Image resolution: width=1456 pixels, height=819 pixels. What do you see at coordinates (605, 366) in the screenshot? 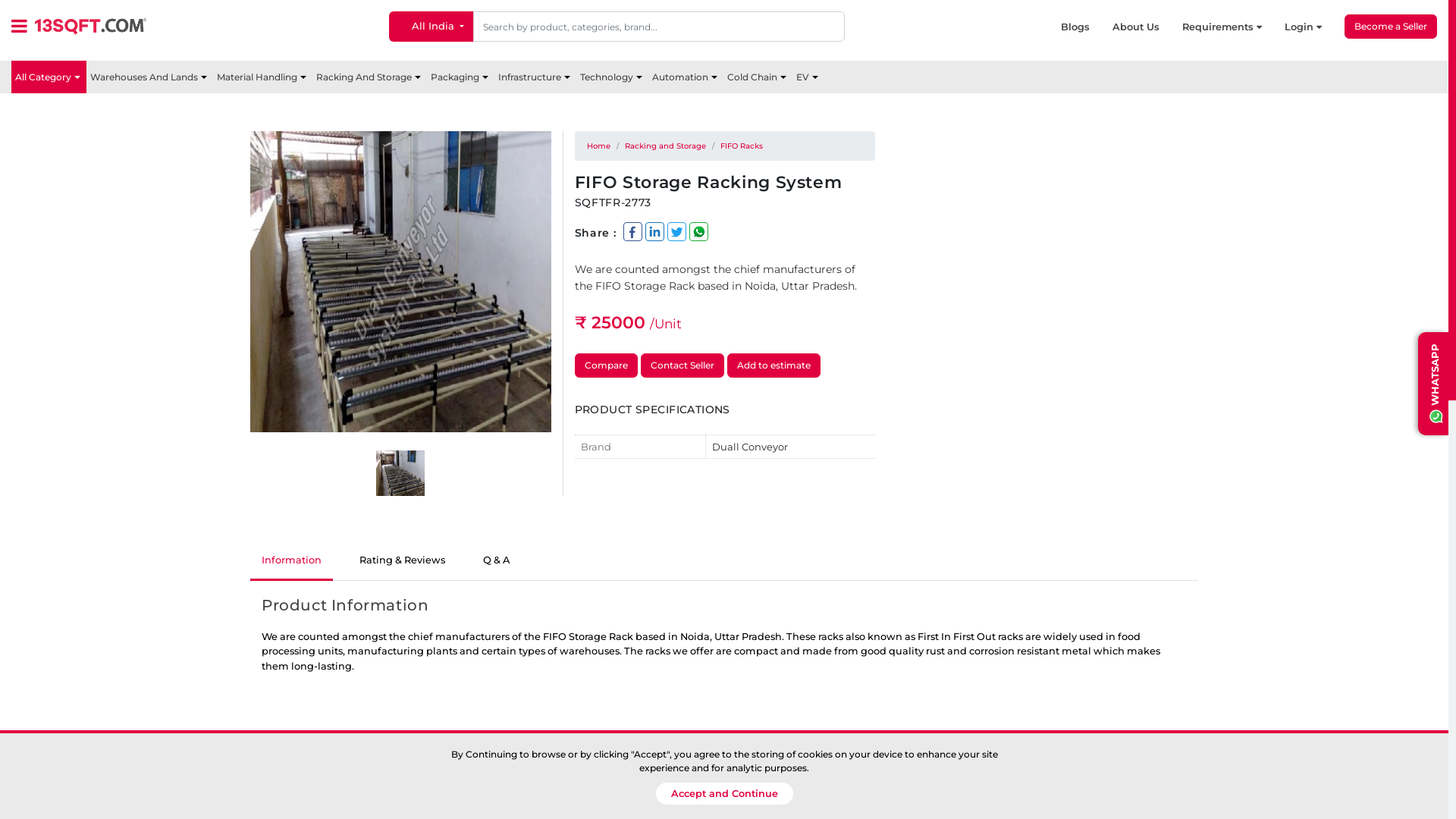
I see `'Compare'` at bounding box center [605, 366].